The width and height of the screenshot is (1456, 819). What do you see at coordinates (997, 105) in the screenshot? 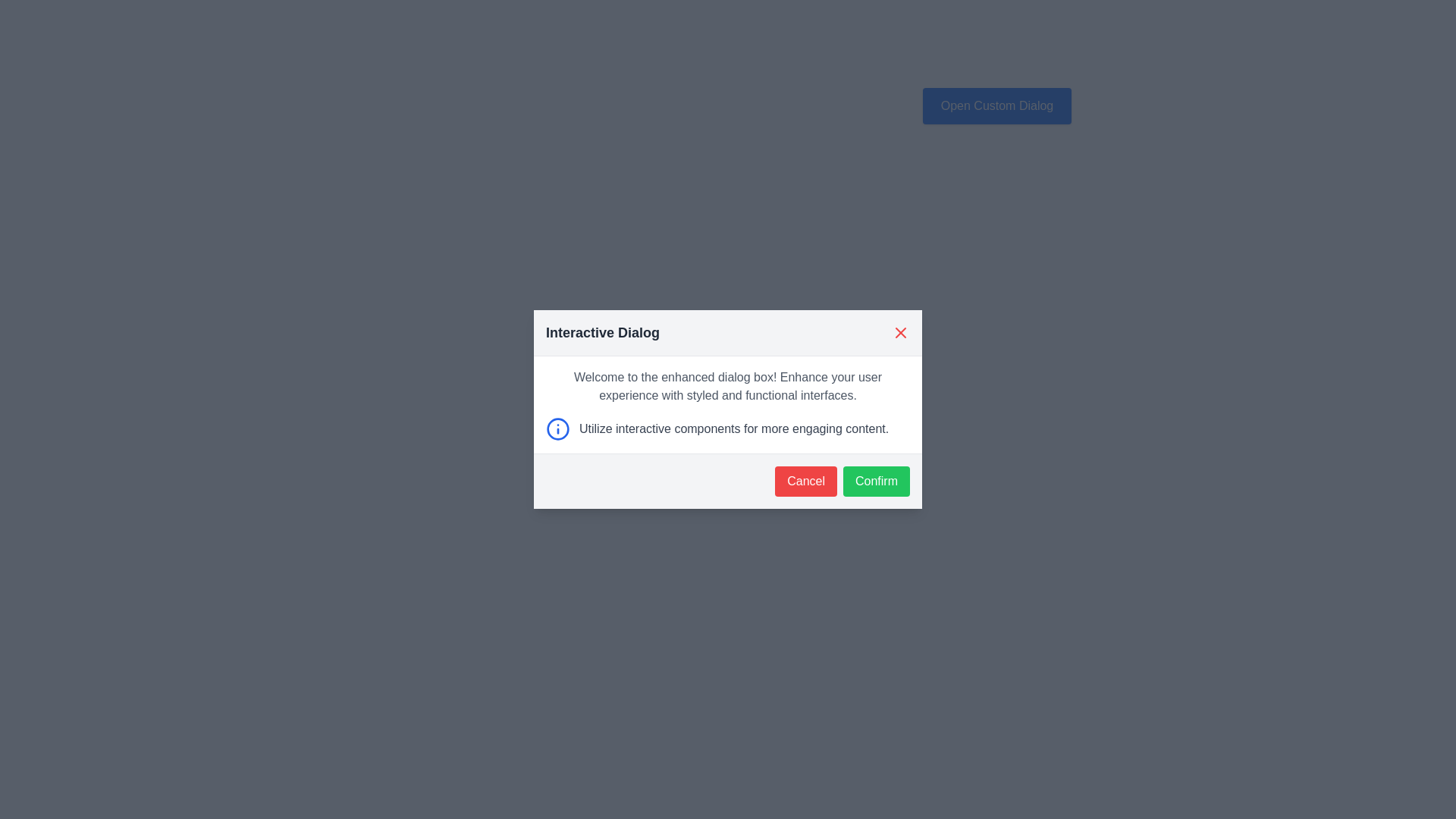
I see `the rectangular button with a blue background and white text that reads 'Open Custom Dialog'` at bounding box center [997, 105].